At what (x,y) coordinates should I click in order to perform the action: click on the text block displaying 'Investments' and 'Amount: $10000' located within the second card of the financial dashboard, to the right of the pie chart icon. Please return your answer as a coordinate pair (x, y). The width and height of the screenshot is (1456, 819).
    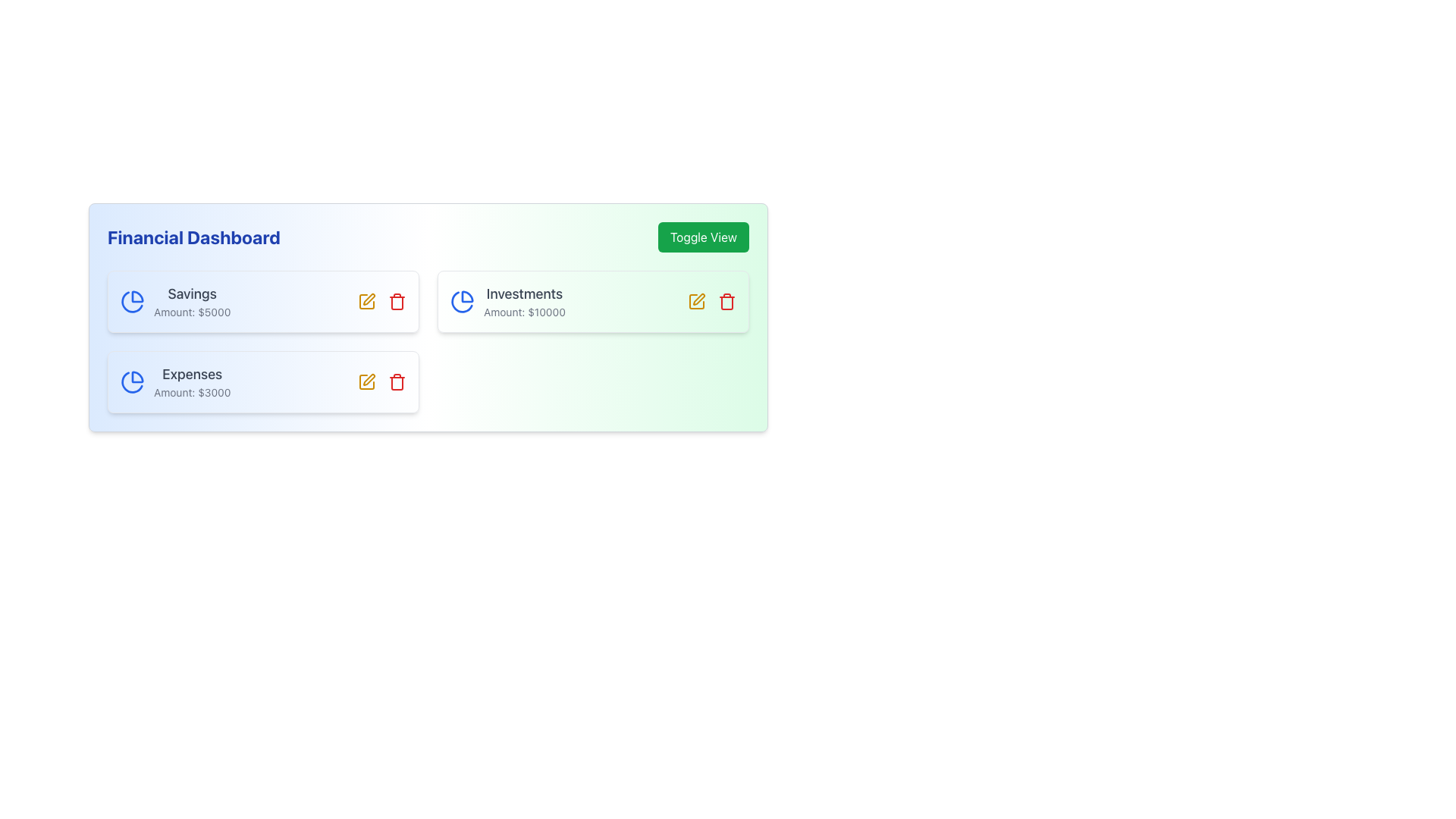
    Looking at the image, I should click on (524, 301).